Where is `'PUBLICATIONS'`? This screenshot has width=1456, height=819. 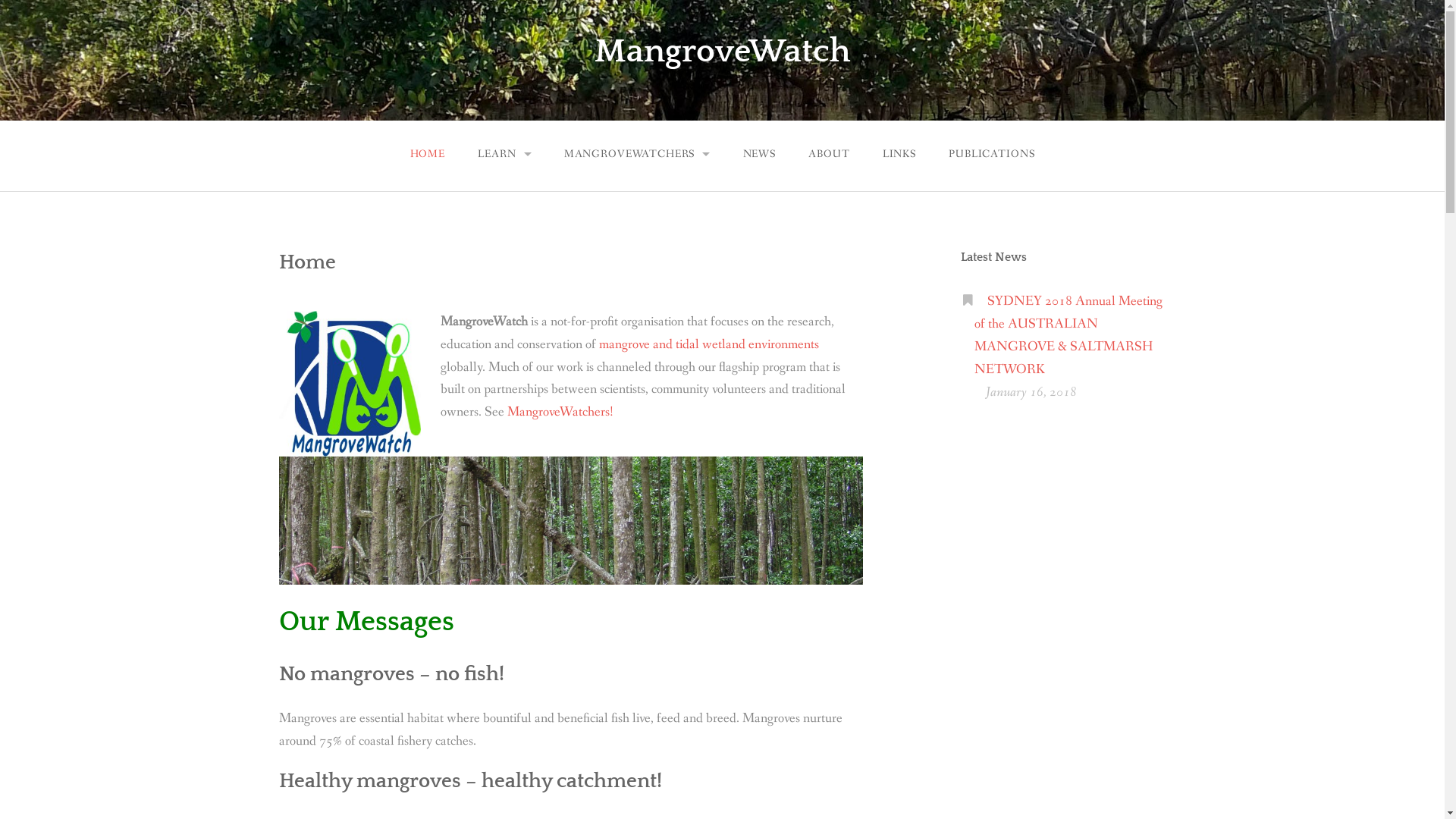 'PUBLICATIONS' is located at coordinates (992, 154).